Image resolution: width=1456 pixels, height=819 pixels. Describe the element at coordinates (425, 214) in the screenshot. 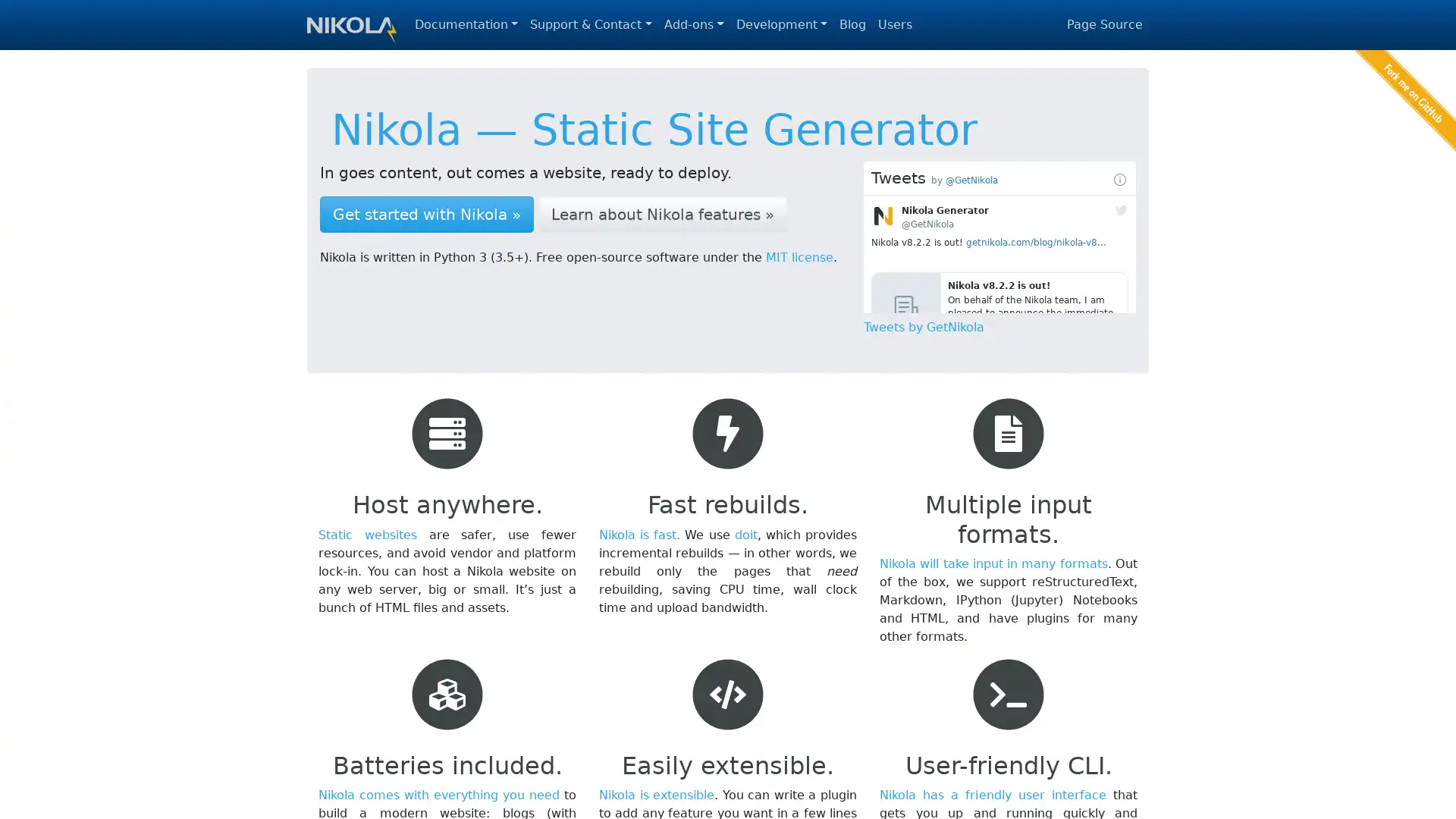

I see `Get started with Nikola` at that location.